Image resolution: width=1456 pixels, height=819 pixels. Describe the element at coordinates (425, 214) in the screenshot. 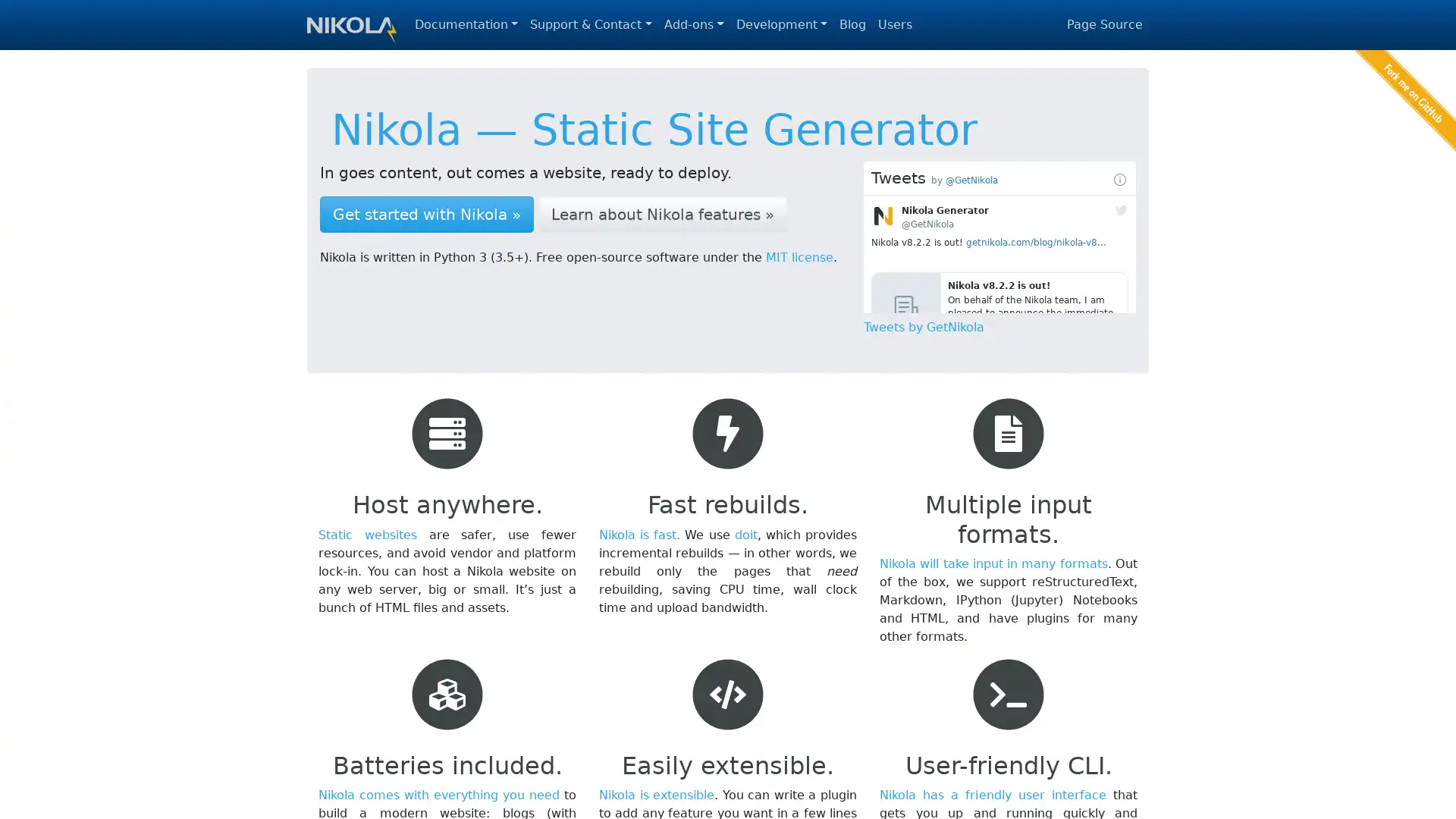

I see `Get started with Nikola` at that location.